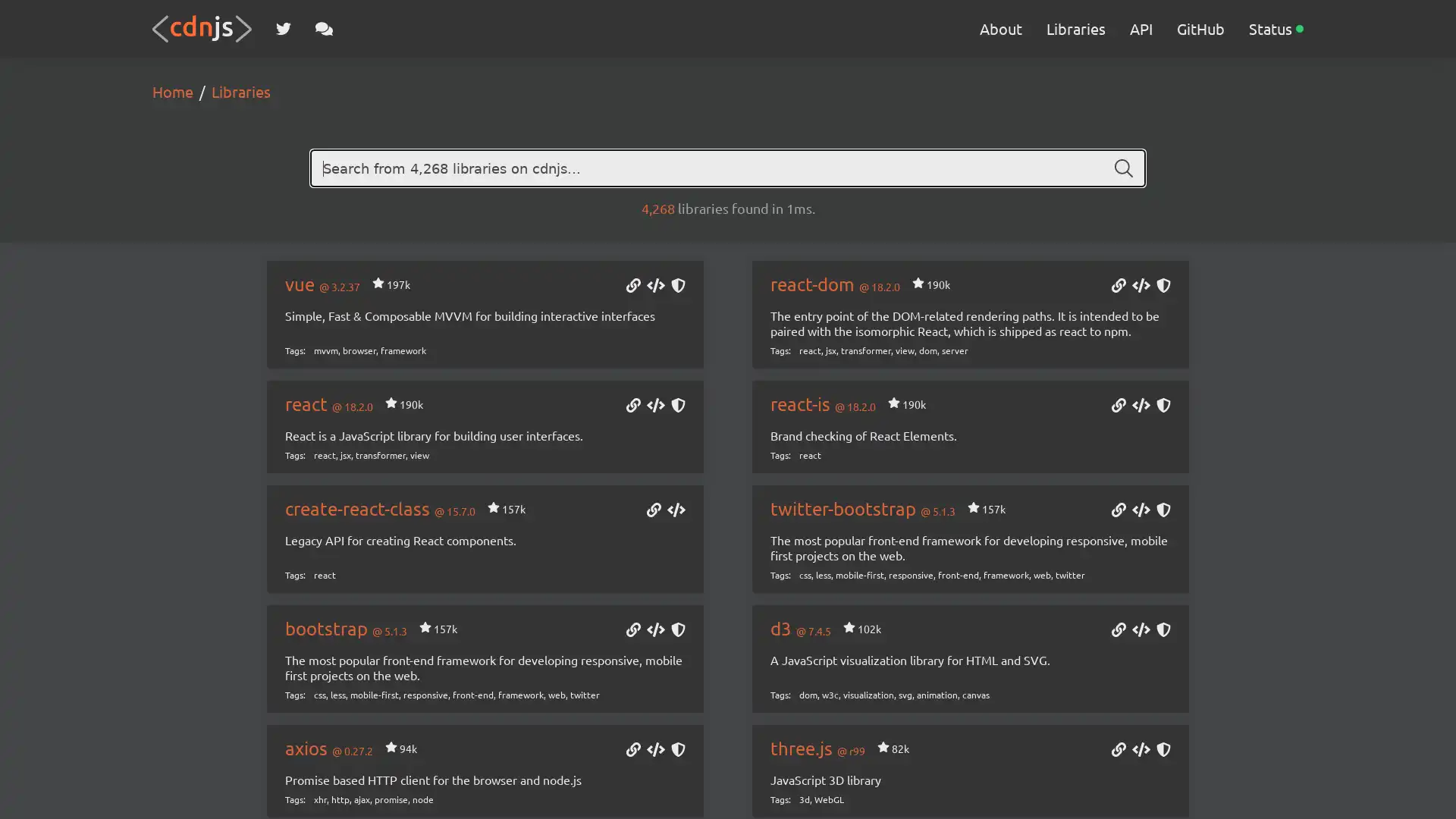 This screenshot has height=819, width=1456. Describe the element at coordinates (1118, 406) in the screenshot. I see `Copy URL` at that location.